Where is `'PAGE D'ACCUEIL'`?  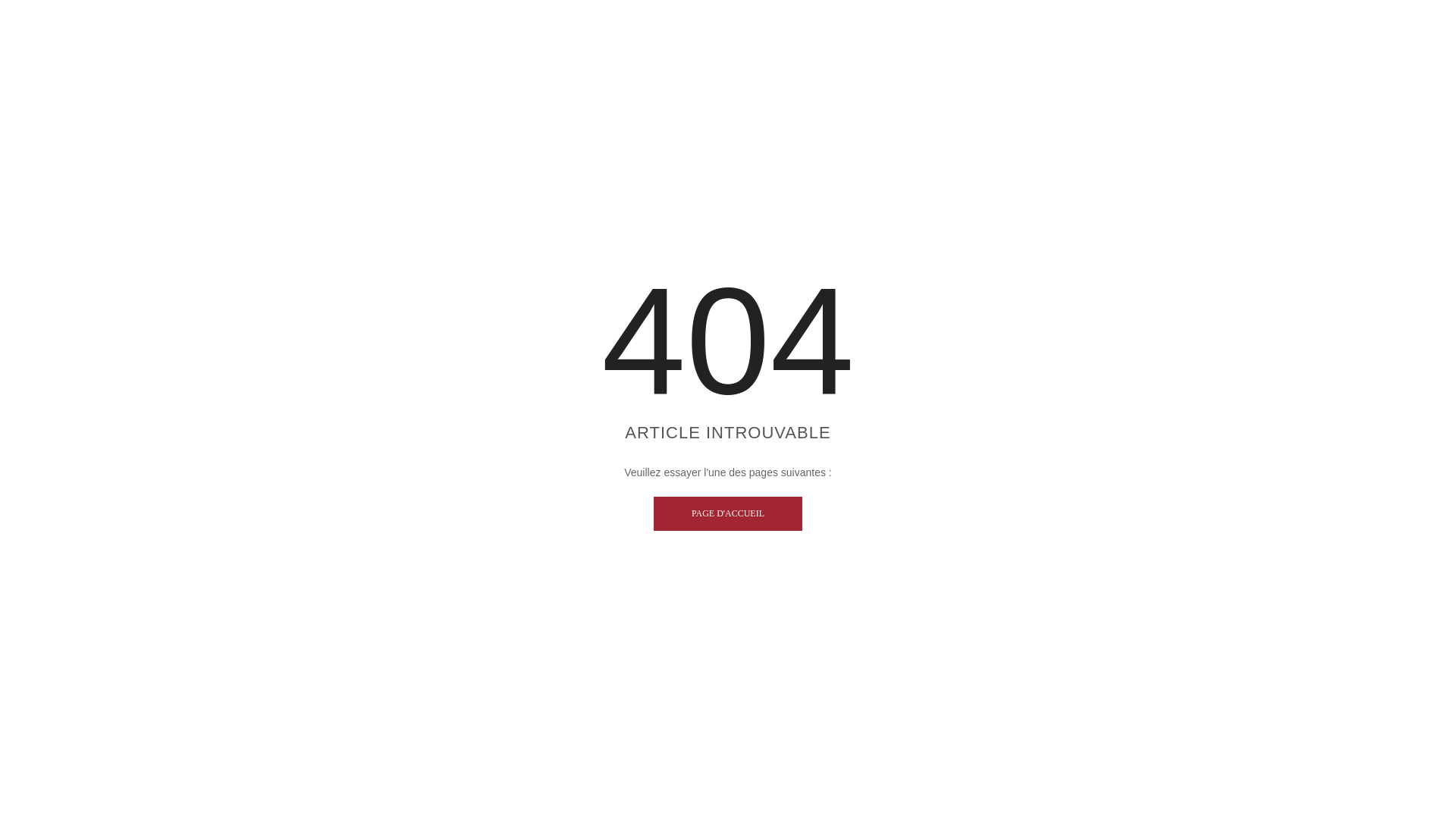
'PAGE D'ACCUEIL' is located at coordinates (728, 513).